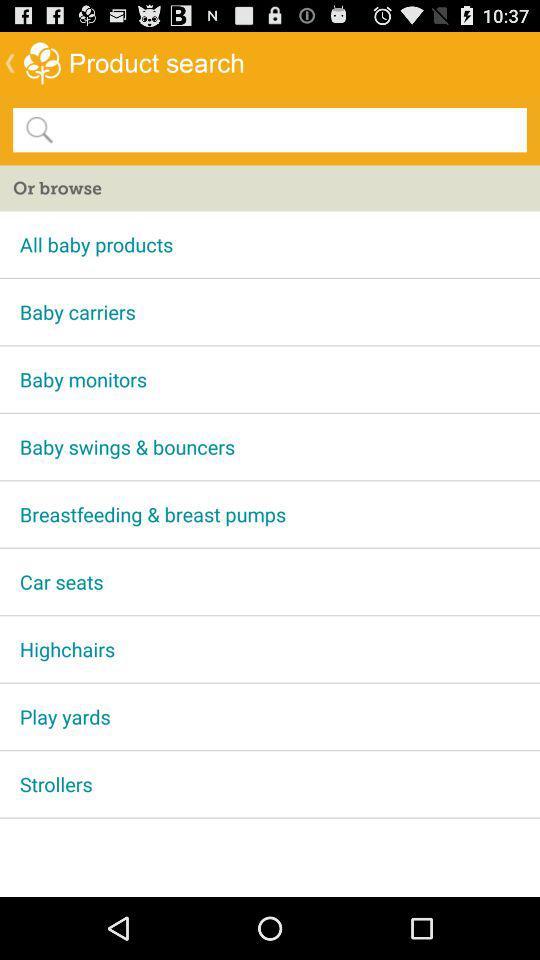 The width and height of the screenshot is (540, 960). I want to click on the all baby products app, so click(270, 243).